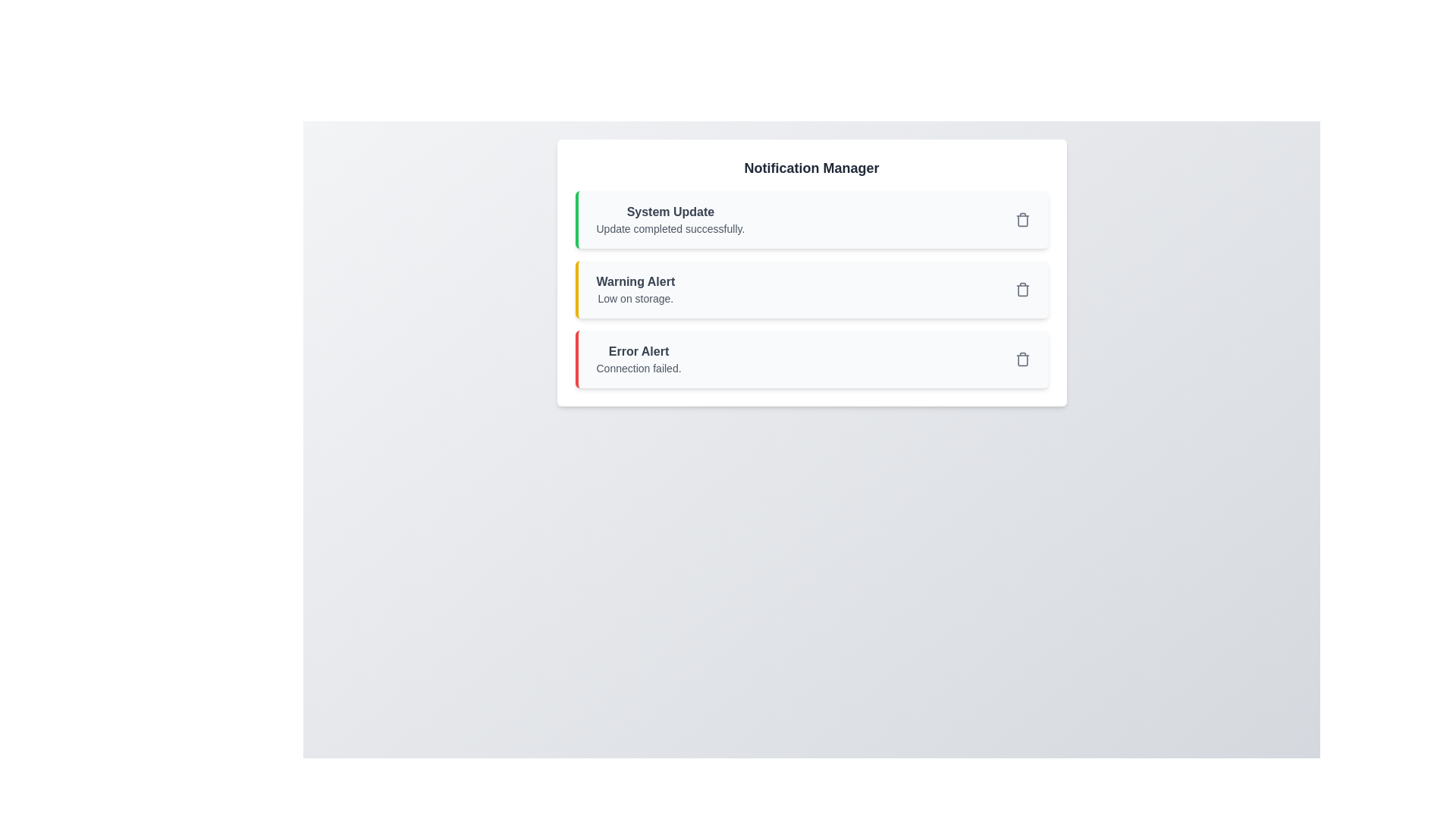 The image size is (1456, 819). Describe the element at coordinates (639, 351) in the screenshot. I see `text content of the 'Error Alert' Text Label element, which is prominently displayed in bold font at the top of the notification block indicating a connection failure` at that location.